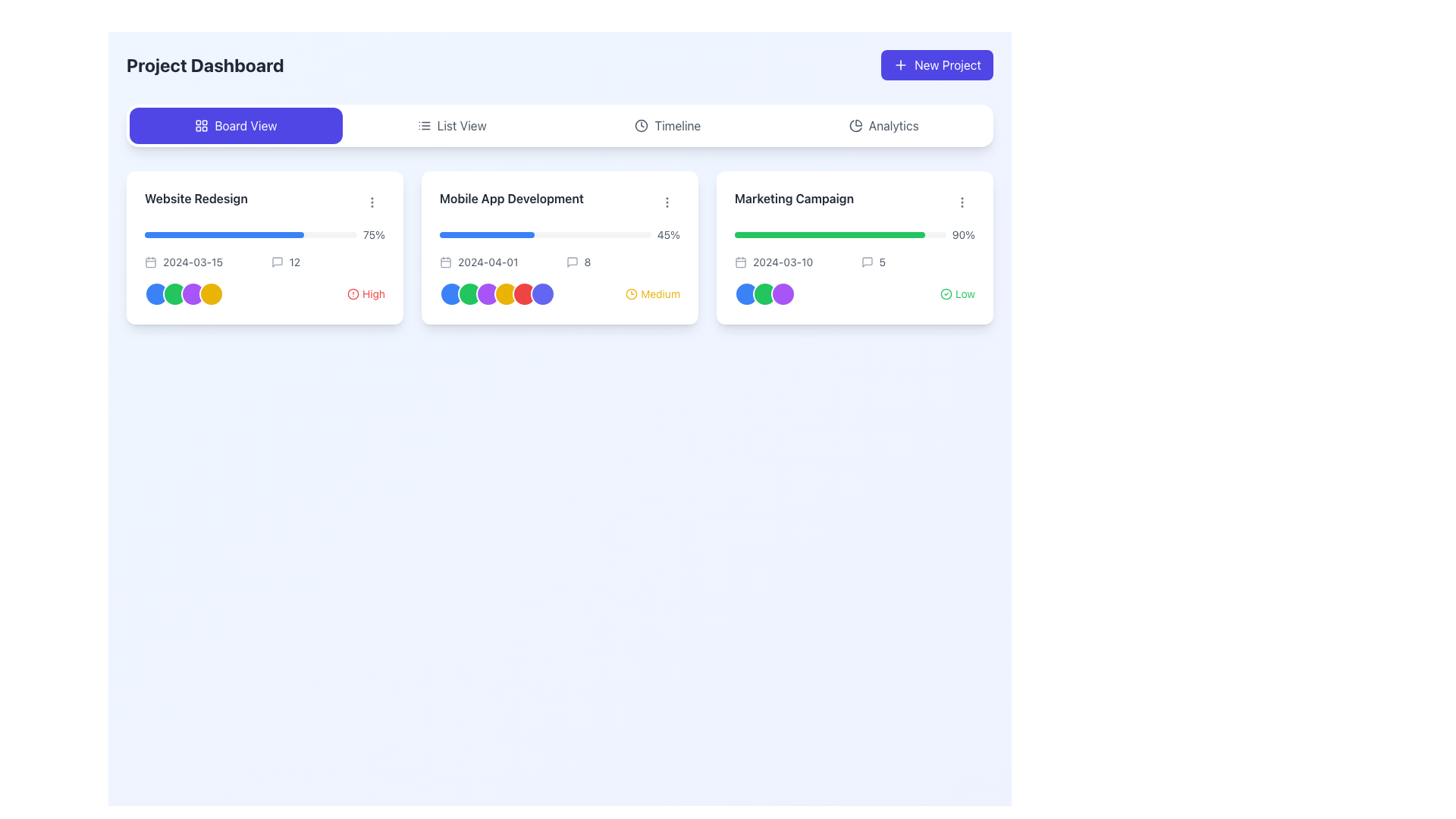 This screenshot has height=819, width=1456. Describe the element at coordinates (653, 294) in the screenshot. I see `and use the information displayed on the 'Medium' priority label located in the bottom-right corner of the 'Mobile App Development' card on the dashboard` at that location.